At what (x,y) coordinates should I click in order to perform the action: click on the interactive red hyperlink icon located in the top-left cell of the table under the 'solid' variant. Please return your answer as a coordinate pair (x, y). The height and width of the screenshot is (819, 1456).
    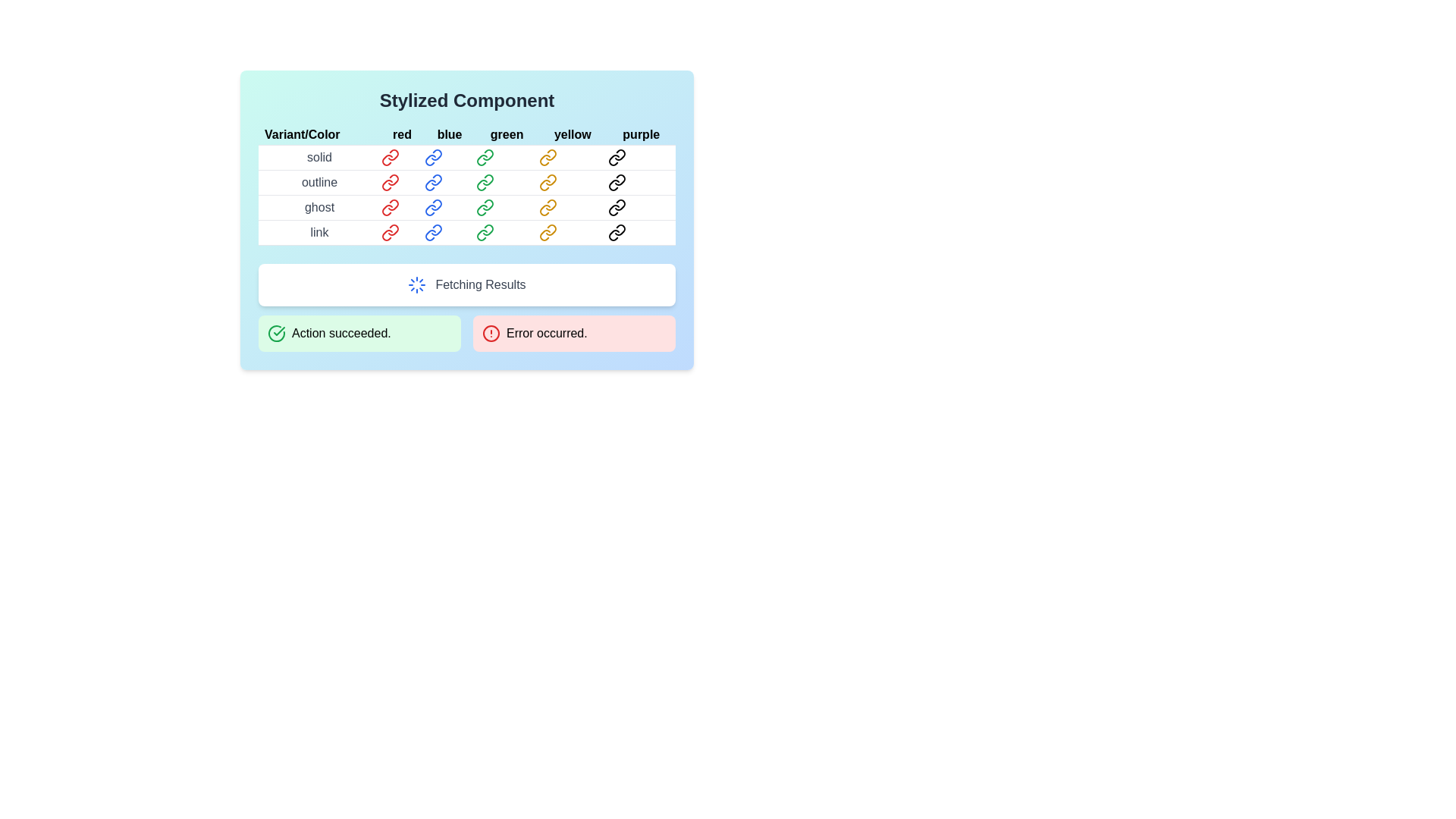
    Looking at the image, I should click on (390, 158).